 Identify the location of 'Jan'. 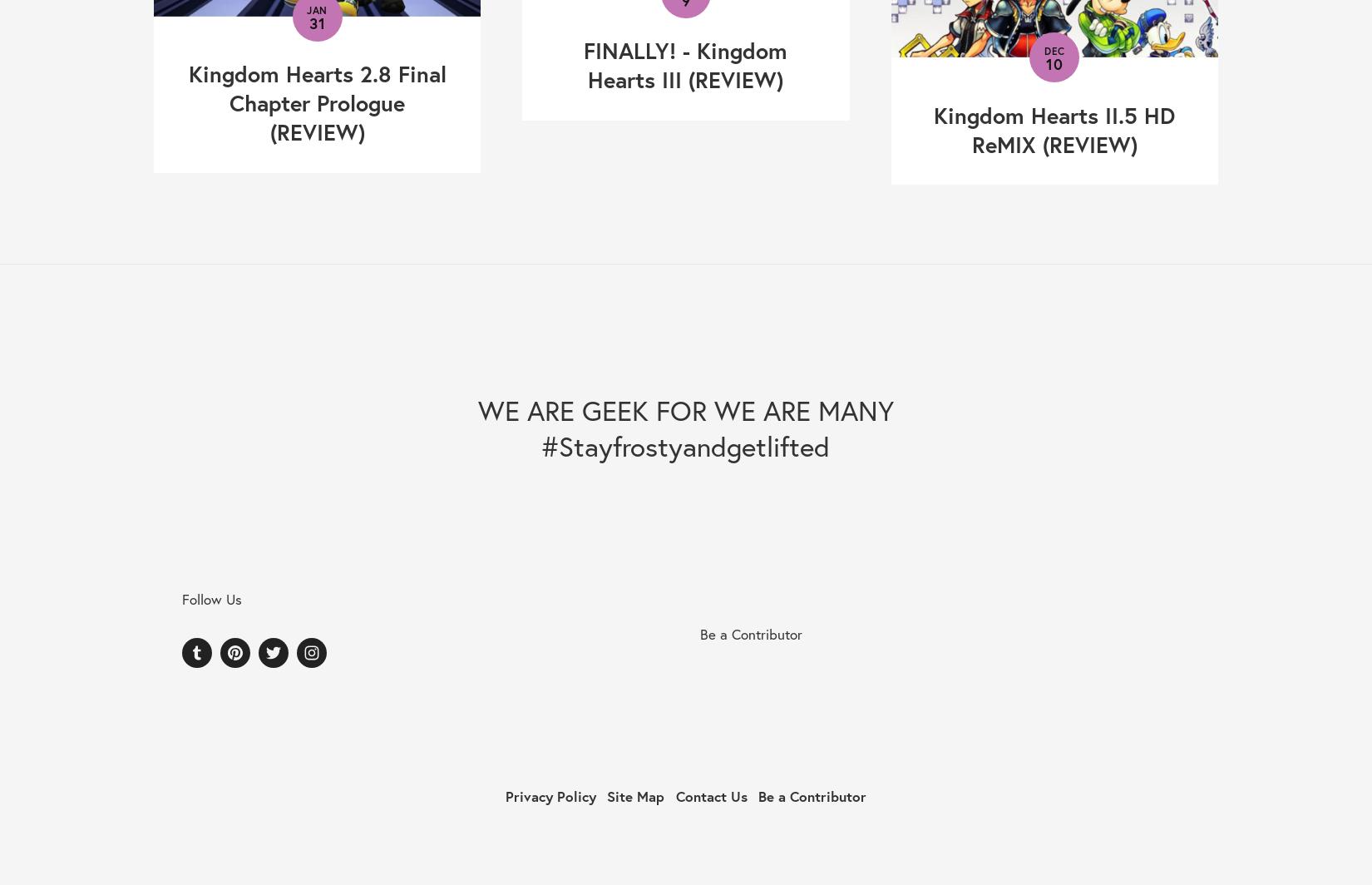
(317, 9).